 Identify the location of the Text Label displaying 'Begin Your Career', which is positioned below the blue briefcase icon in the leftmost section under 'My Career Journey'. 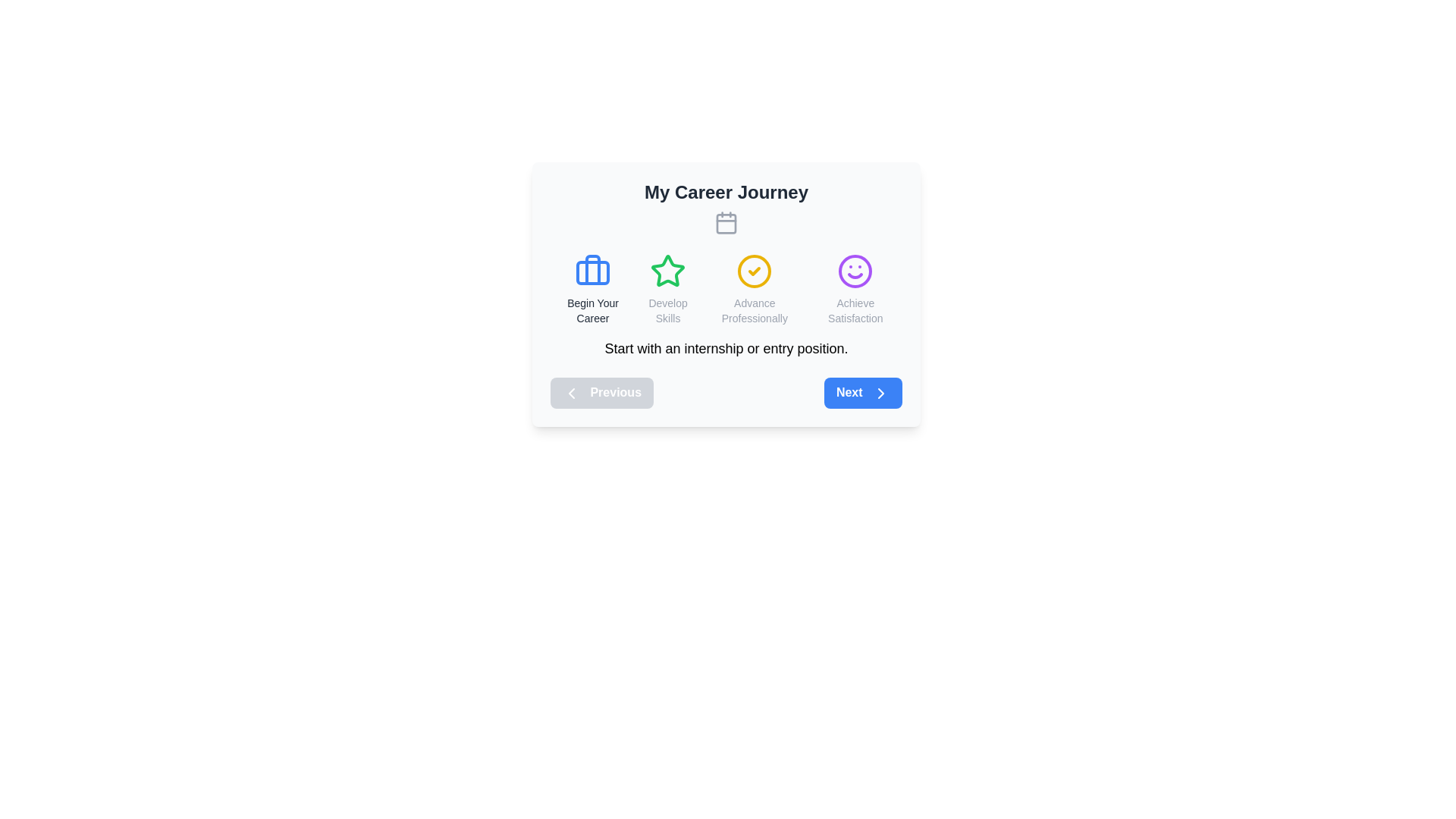
(592, 309).